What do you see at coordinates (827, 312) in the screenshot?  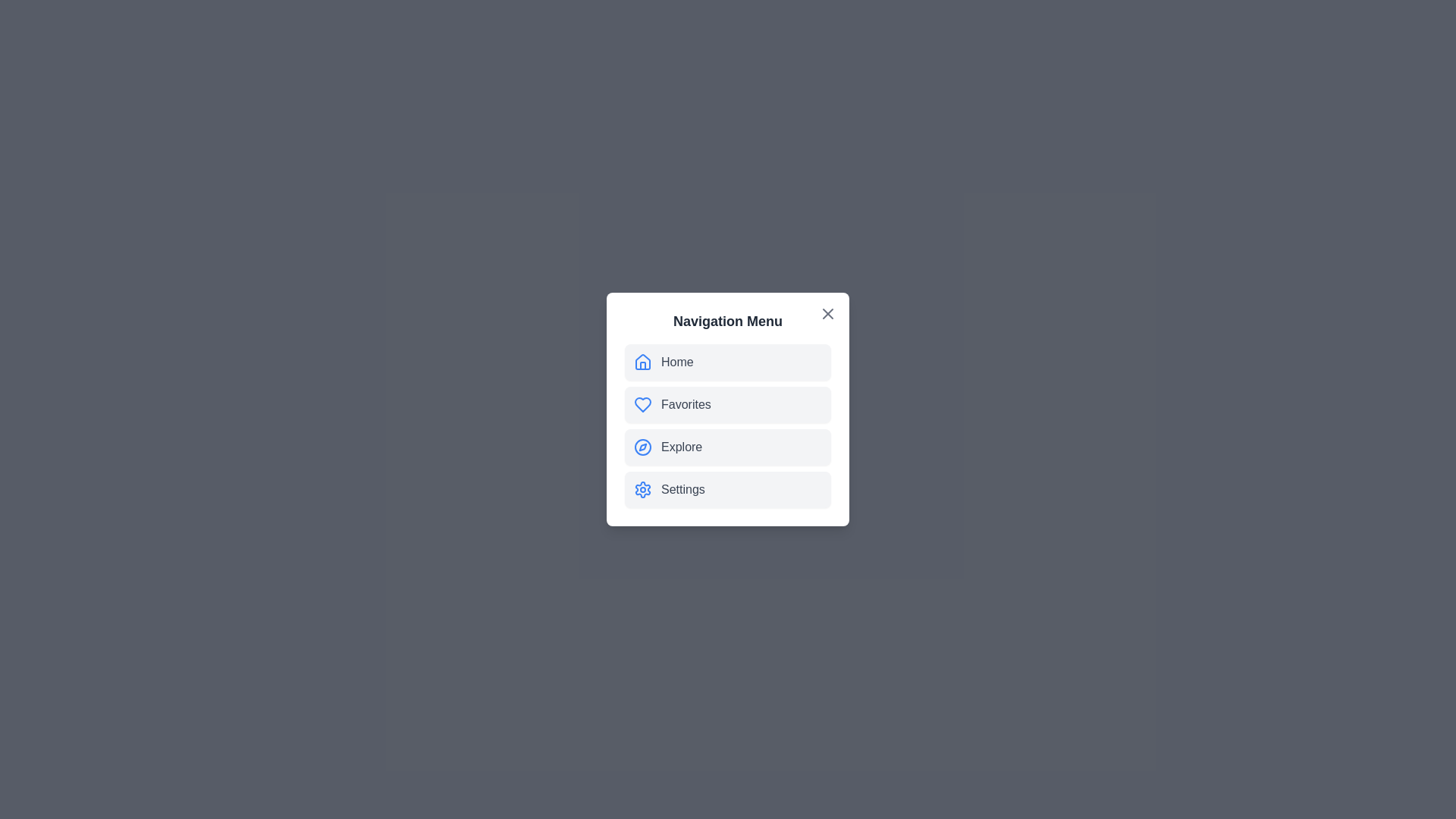 I see `close button located at the top-right corner of the dialog` at bounding box center [827, 312].